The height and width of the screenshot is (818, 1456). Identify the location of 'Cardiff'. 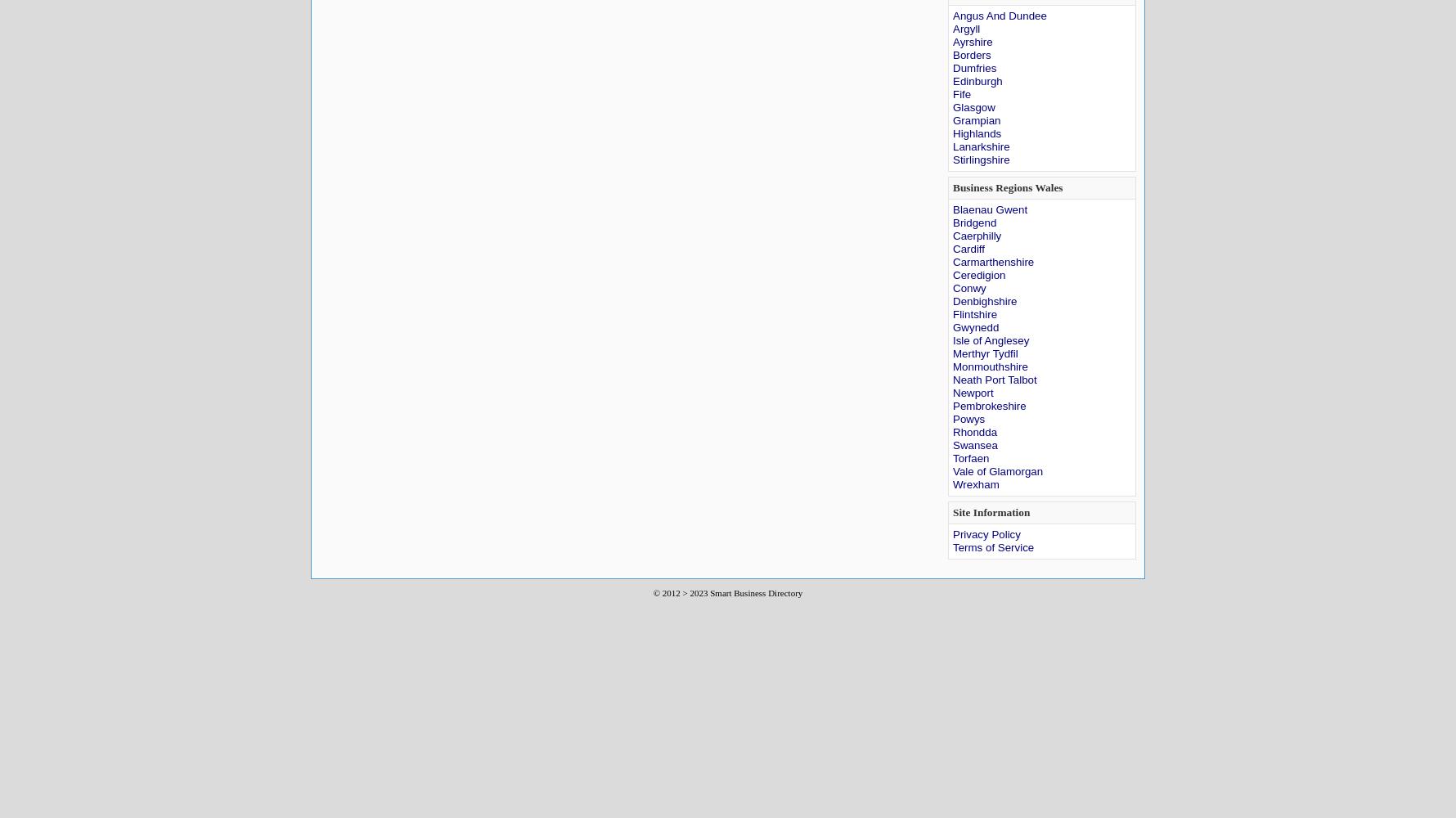
(968, 249).